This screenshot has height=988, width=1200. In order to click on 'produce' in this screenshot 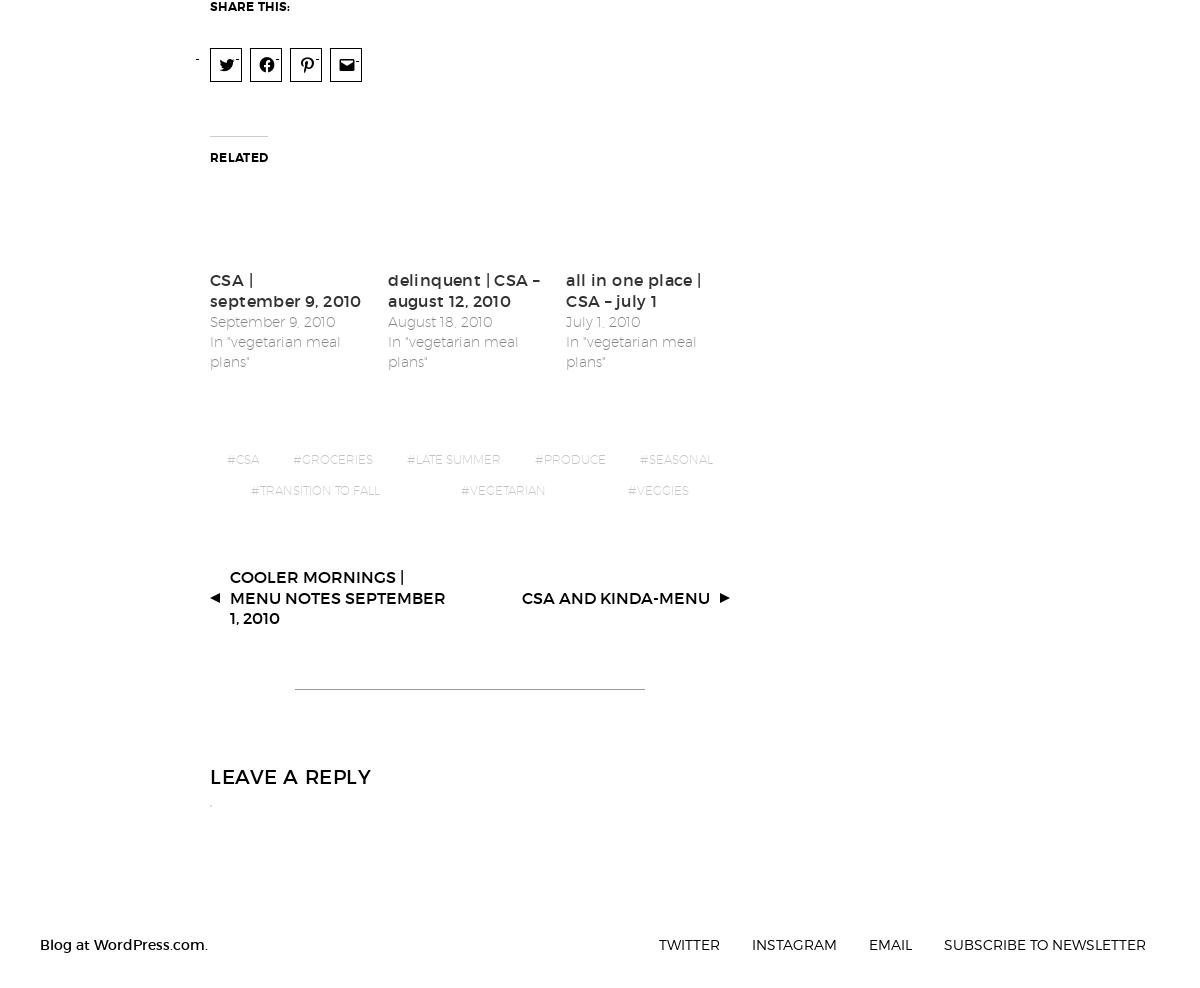, I will do `click(574, 444)`.